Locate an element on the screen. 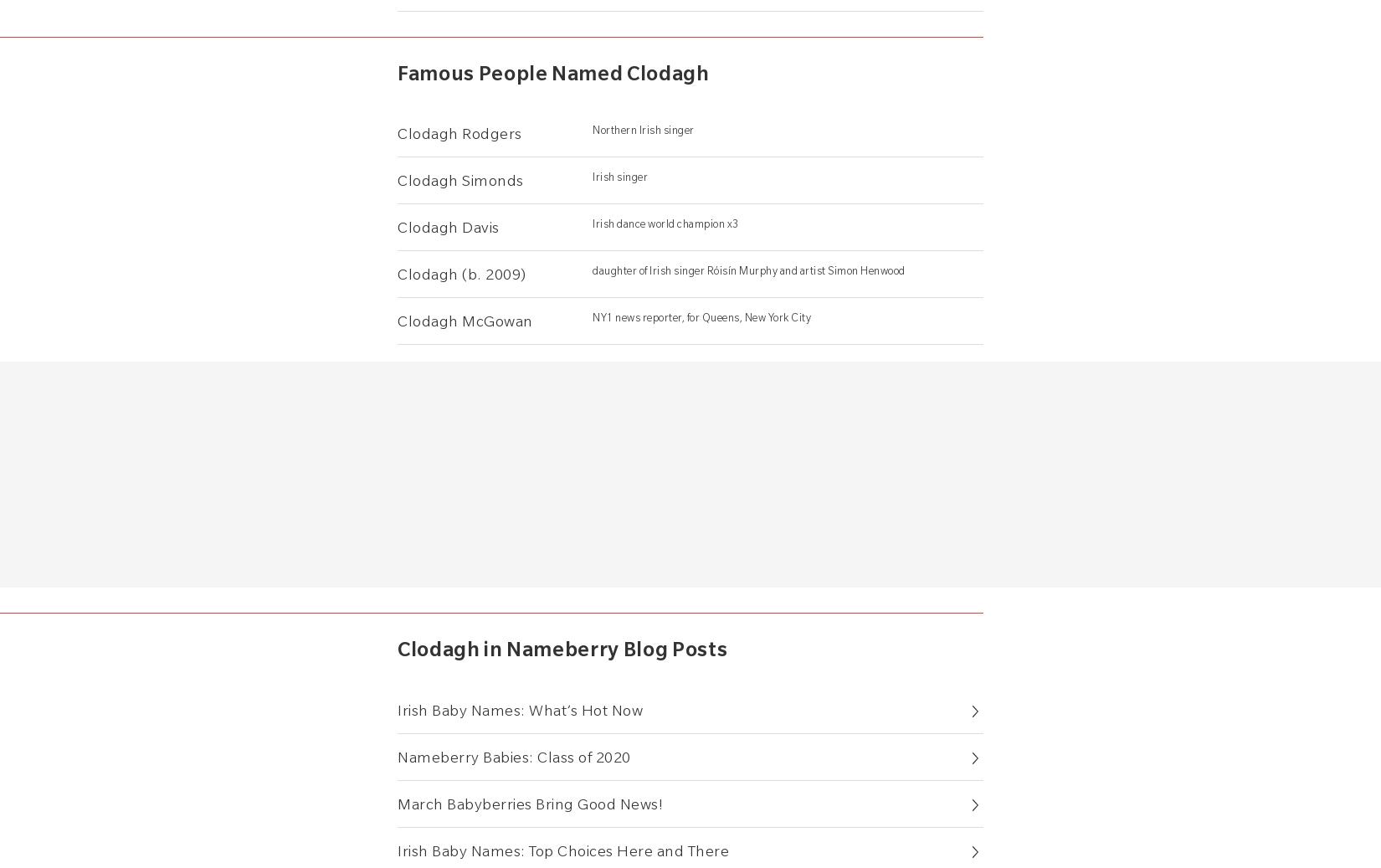  'Famous People Named' is located at coordinates (511, 71).